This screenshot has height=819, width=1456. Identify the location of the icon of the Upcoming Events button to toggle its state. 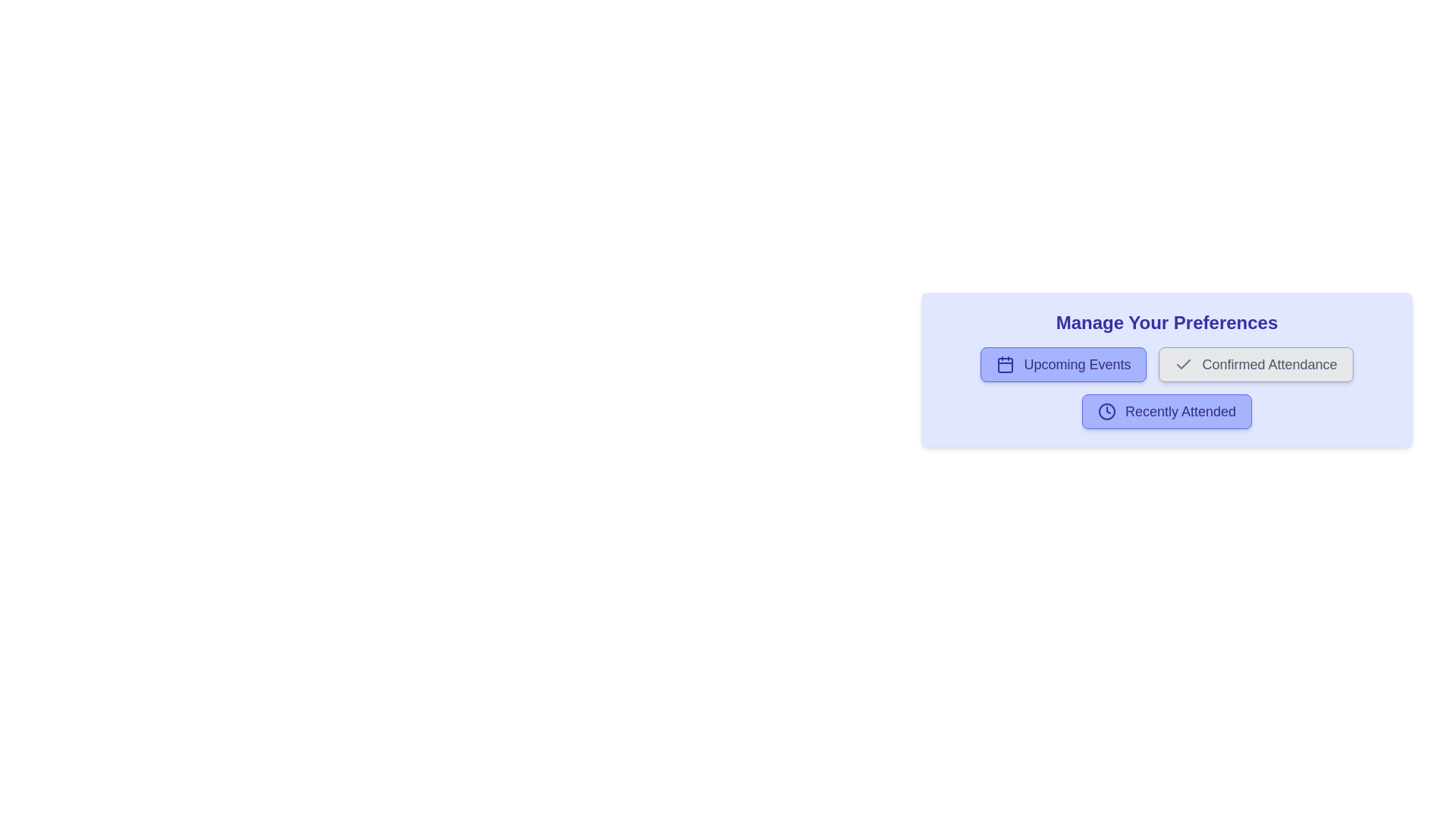
(1006, 365).